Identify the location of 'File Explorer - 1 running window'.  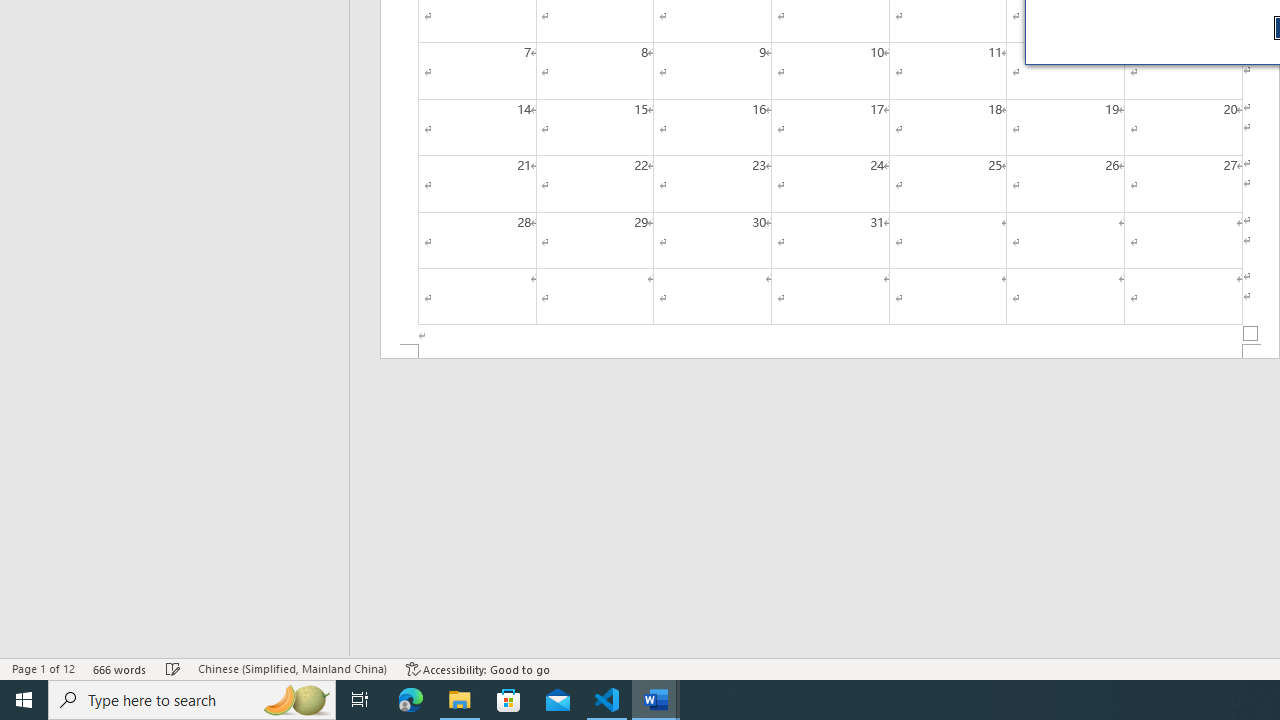
(459, 698).